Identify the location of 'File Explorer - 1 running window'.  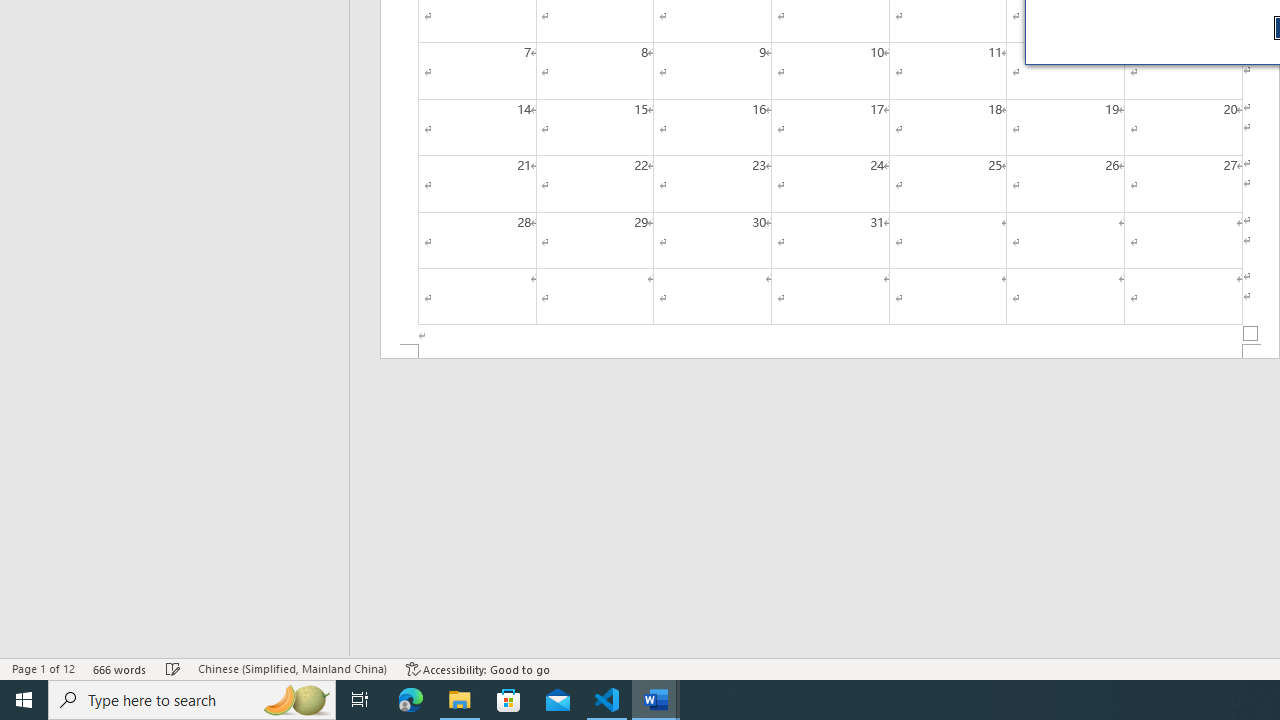
(459, 698).